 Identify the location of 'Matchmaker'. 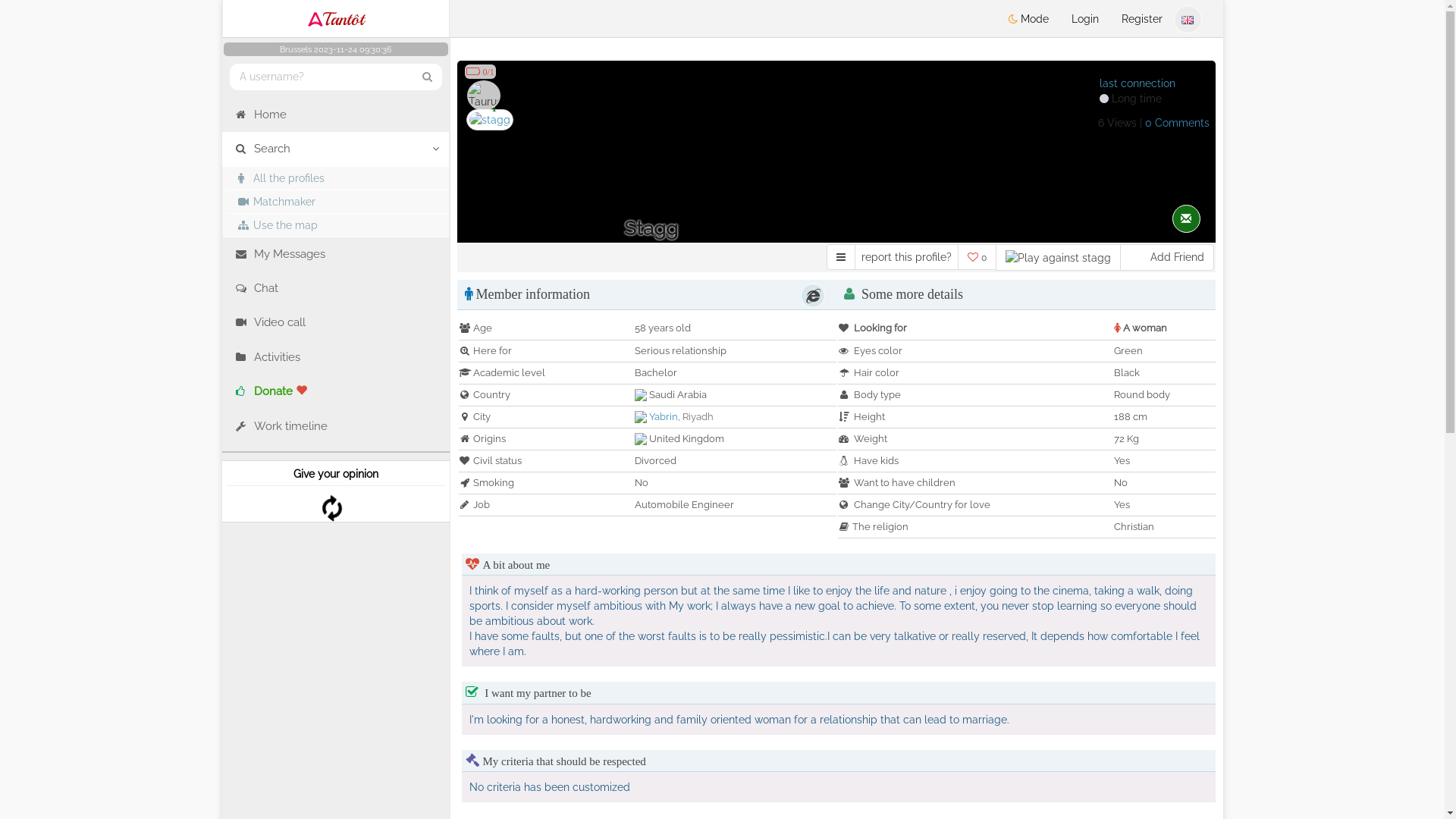
(224, 201).